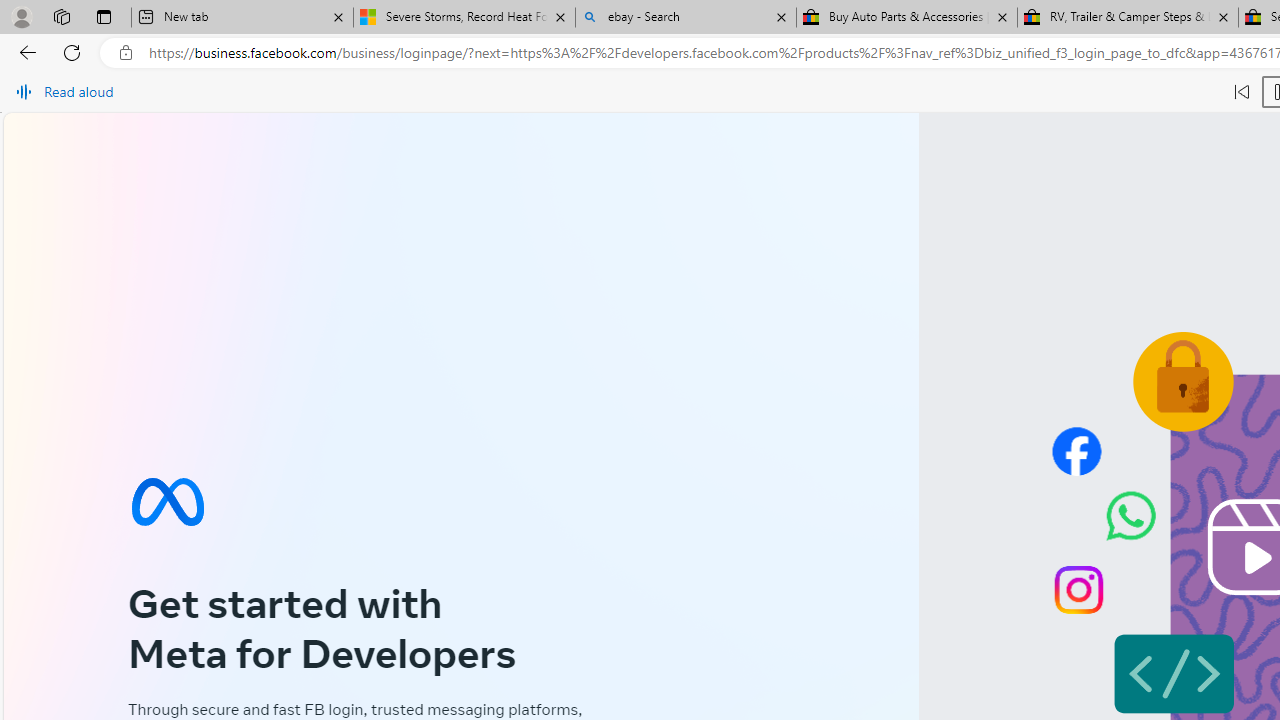  Describe the element at coordinates (1127, 17) in the screenshot. I see `'RV, Trailer & Camper Steps & Ladders for sale | eBay'` at that location.